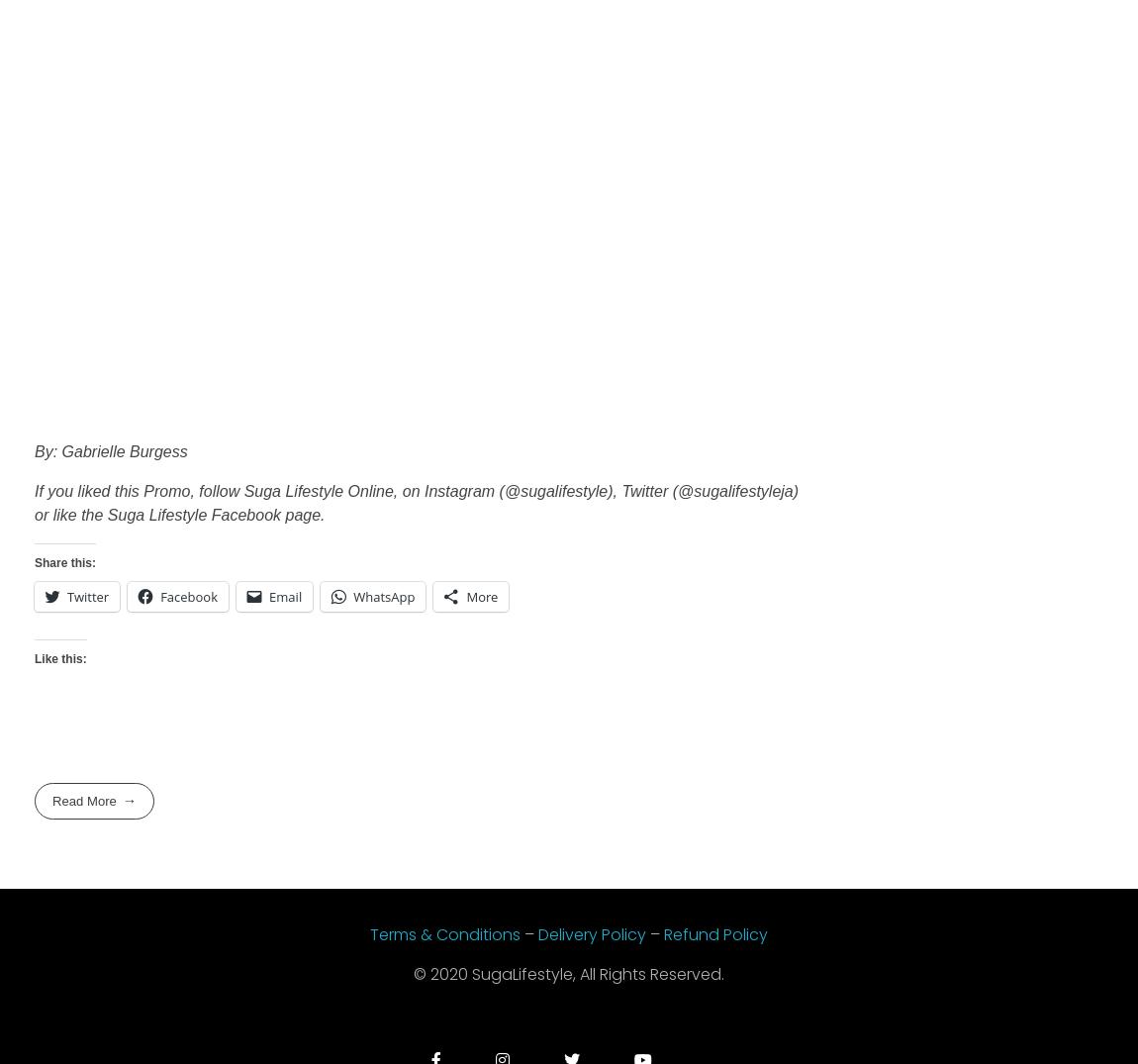  Describe the element at coordinates (537, 934) in the screenshot. I see `'Delivery Policy'` at that location.